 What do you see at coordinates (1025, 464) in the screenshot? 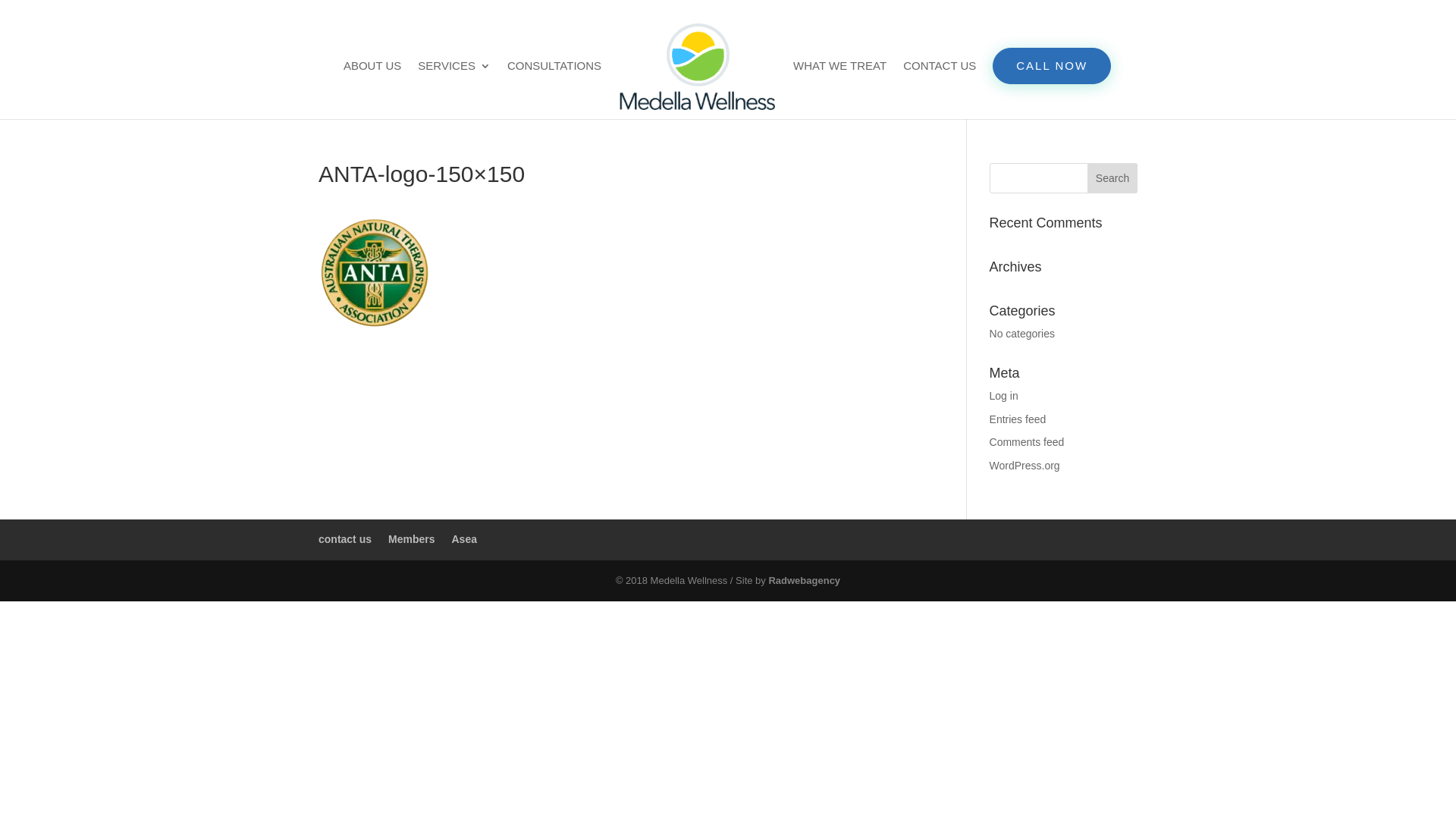
I see `'WordPress.org'` at bounding box center [1025, 464].